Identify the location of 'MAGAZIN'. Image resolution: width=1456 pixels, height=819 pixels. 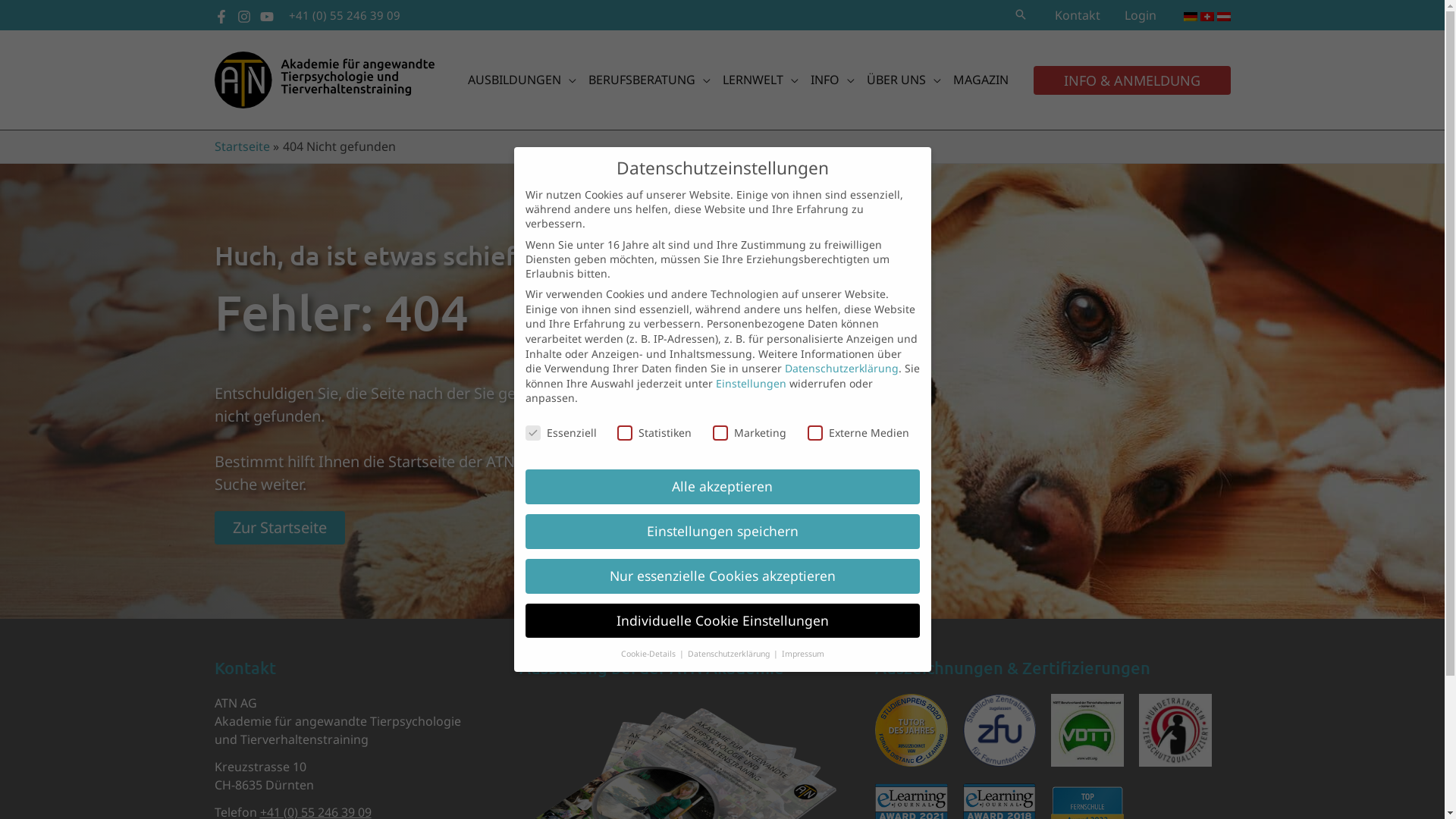
(946, 80).